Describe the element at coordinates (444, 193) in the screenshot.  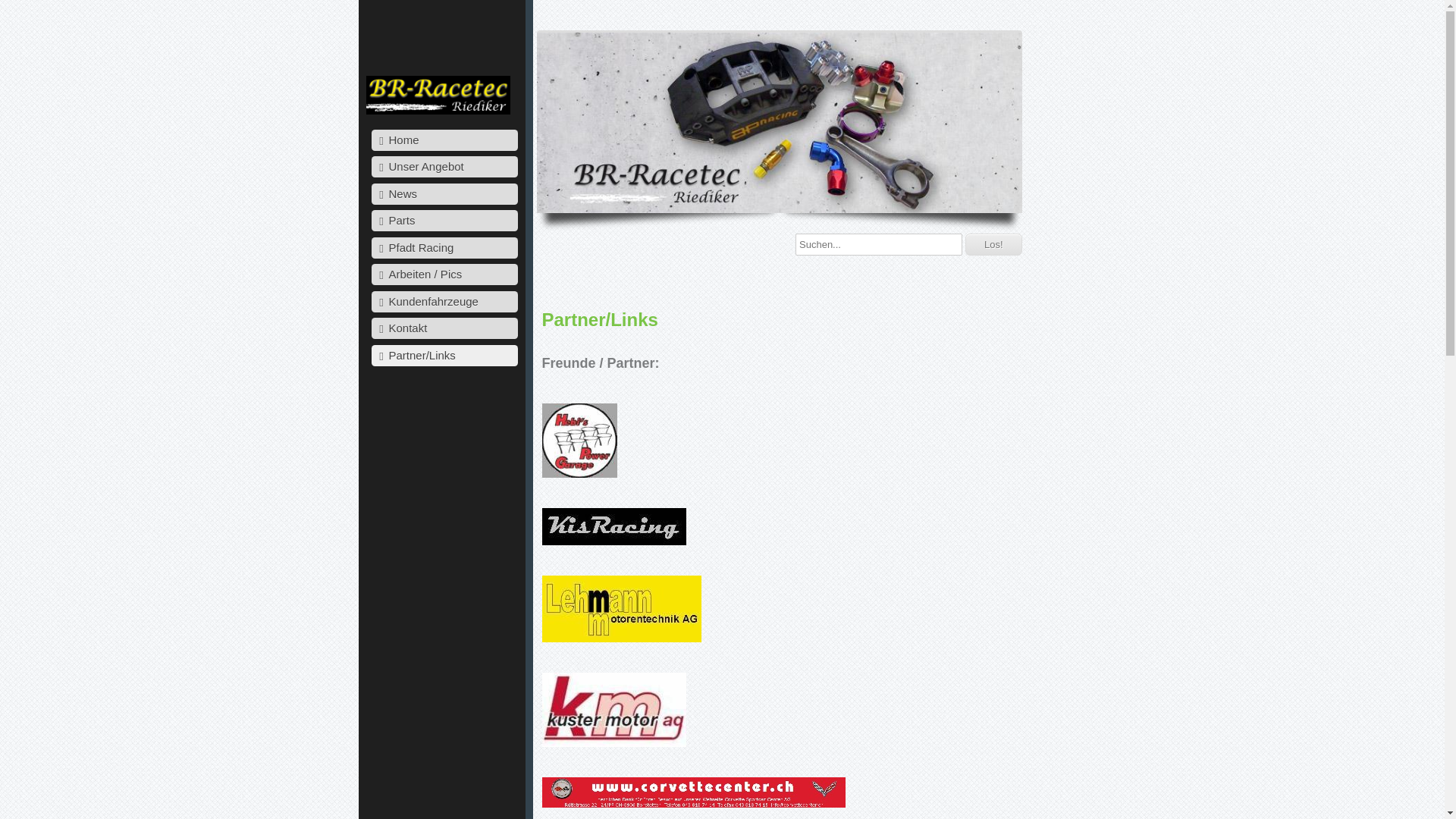
I see `'News'` at that location.